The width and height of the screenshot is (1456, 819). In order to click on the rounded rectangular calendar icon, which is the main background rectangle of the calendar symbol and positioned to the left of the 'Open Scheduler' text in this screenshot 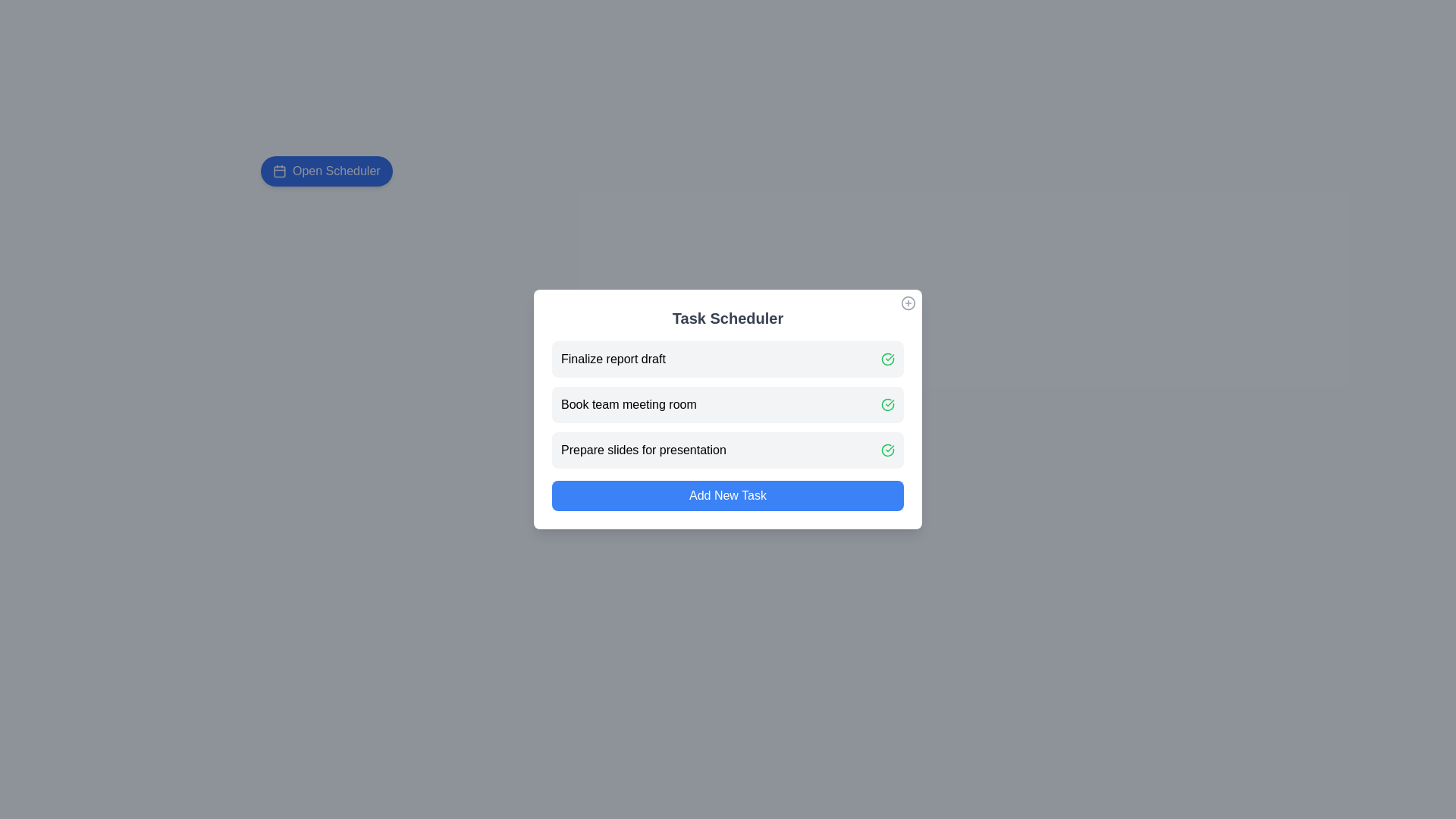, I will do `click(280, 171)`.